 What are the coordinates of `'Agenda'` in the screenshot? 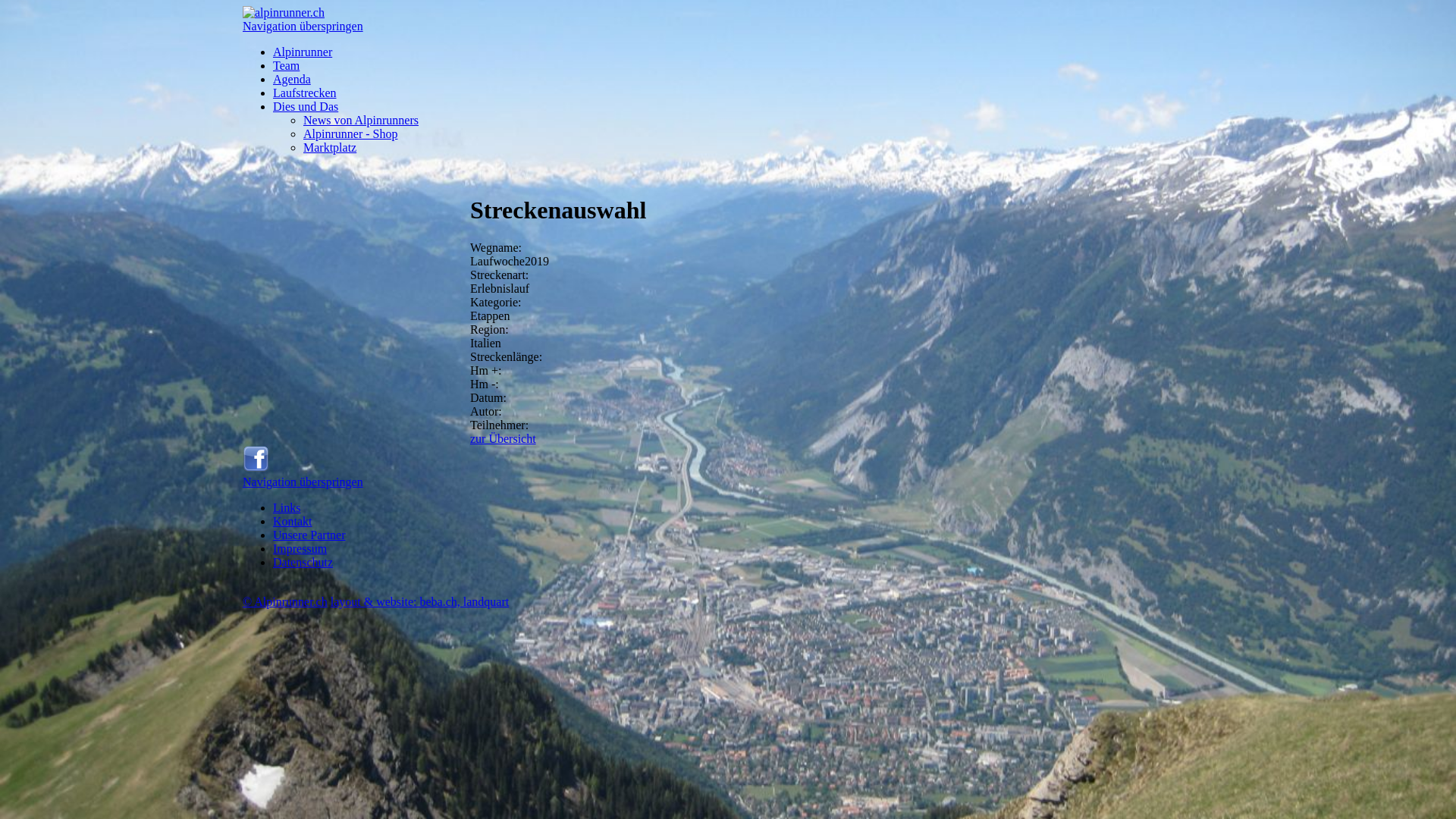 It's located at (291, 79).